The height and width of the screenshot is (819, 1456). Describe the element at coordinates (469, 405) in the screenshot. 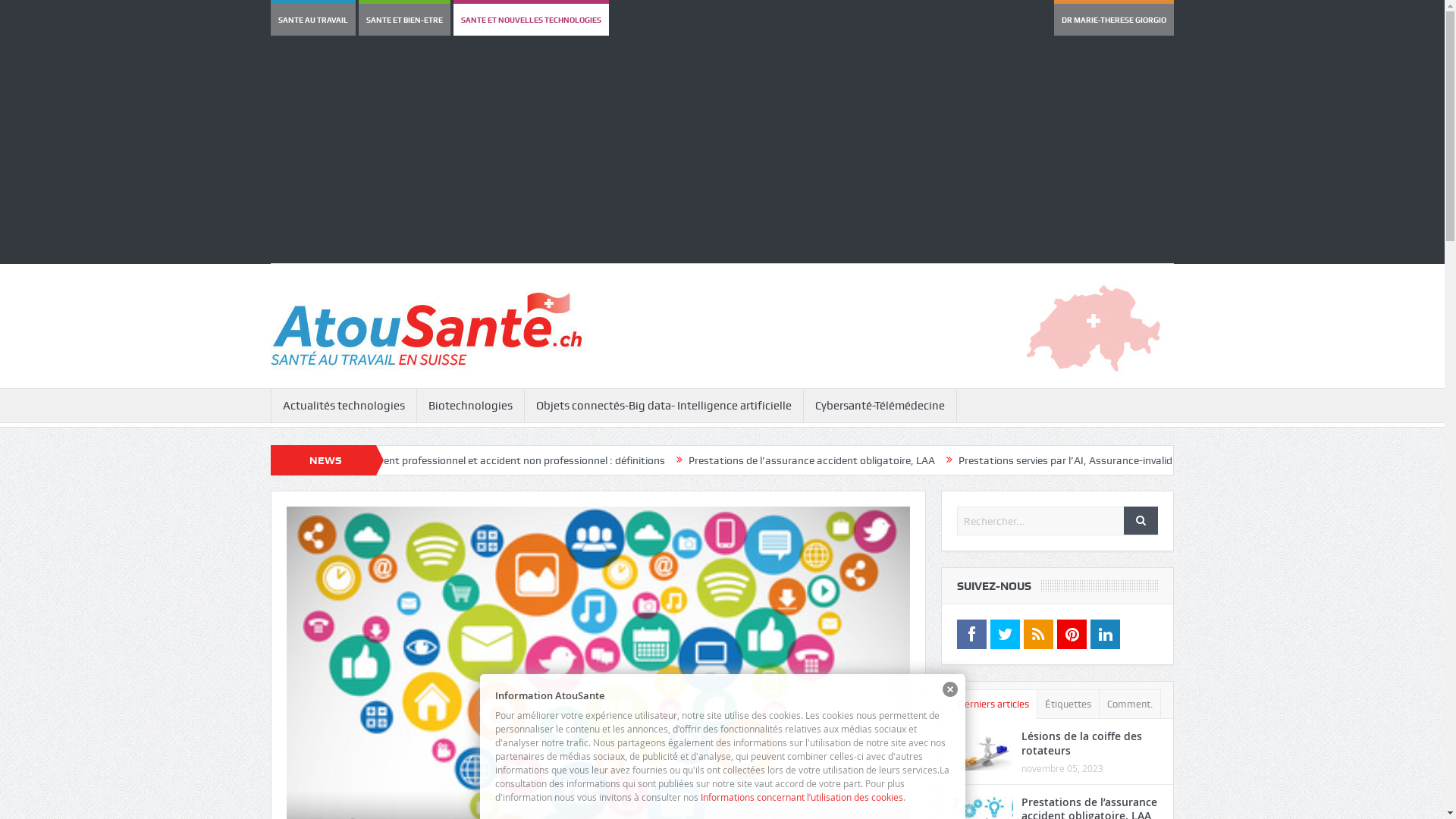

I see `'Biotechnologies'` at that location.